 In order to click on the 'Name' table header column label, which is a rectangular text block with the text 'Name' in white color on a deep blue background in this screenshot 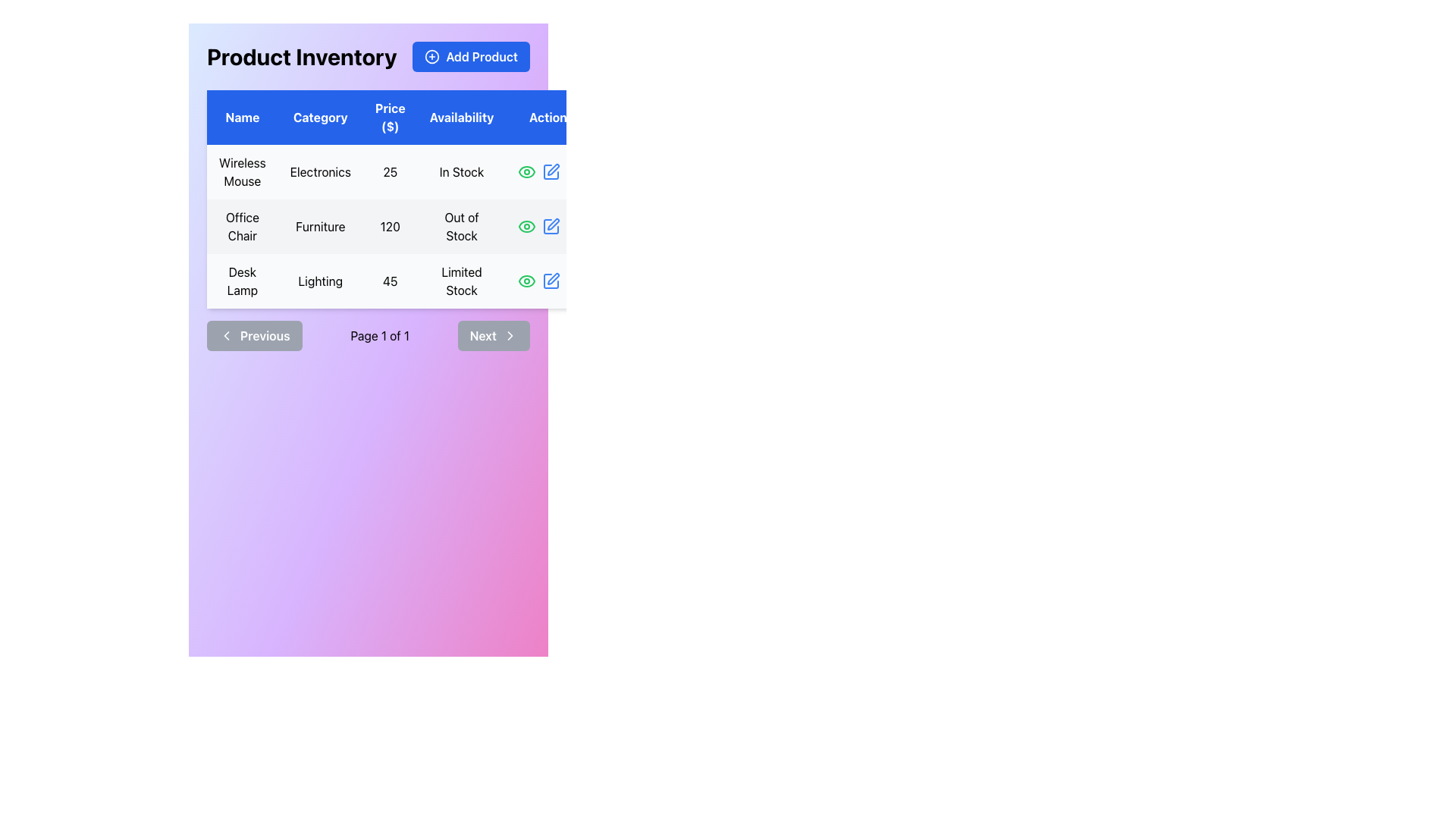, I will do `click(241, 116)`.